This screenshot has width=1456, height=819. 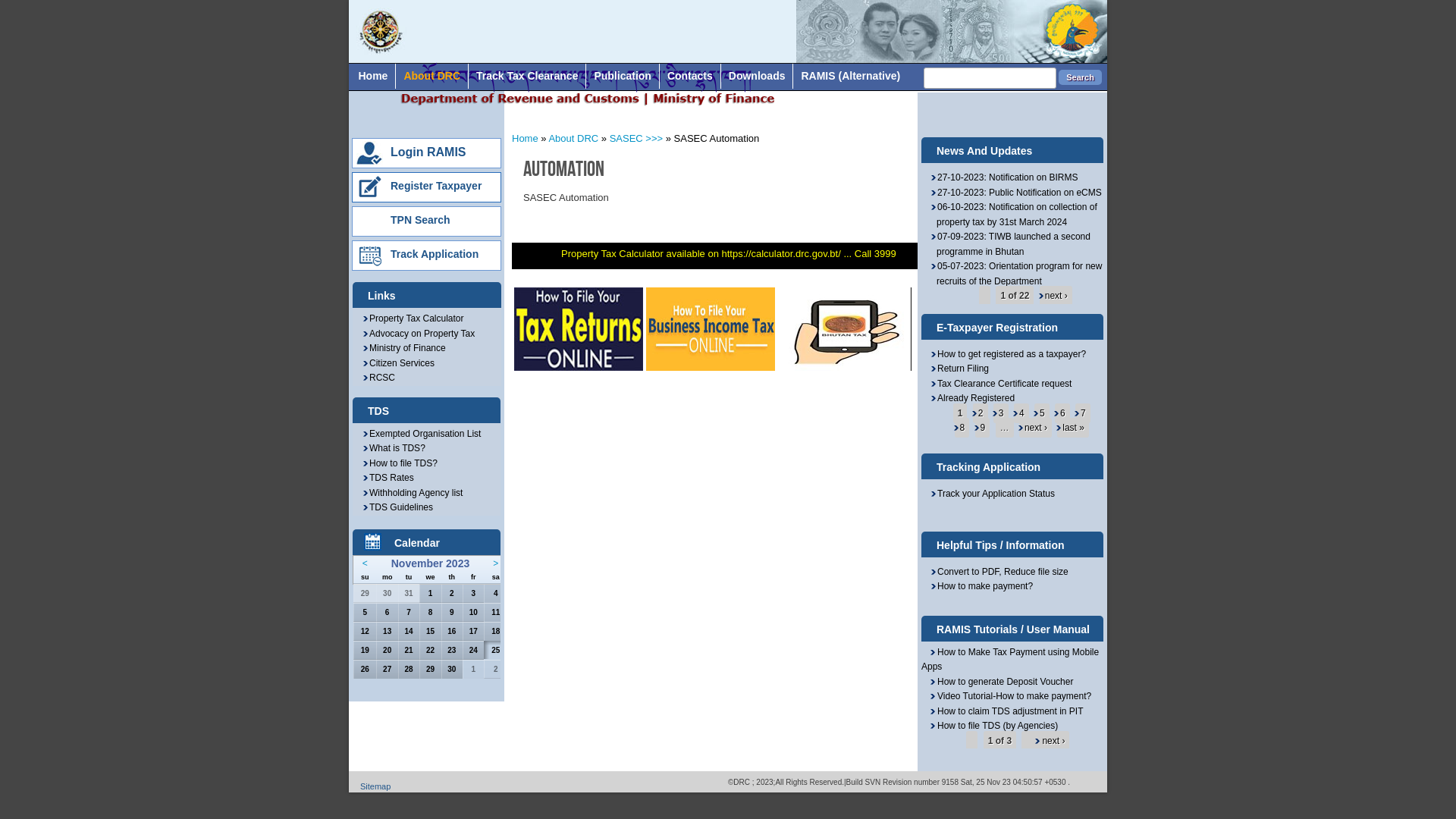 What do you see at coordinates (1009, 659) in the screenshot?
I see `'How to Make Tax Payment using Mobile Apps'` at bounding box center [1009, 659].